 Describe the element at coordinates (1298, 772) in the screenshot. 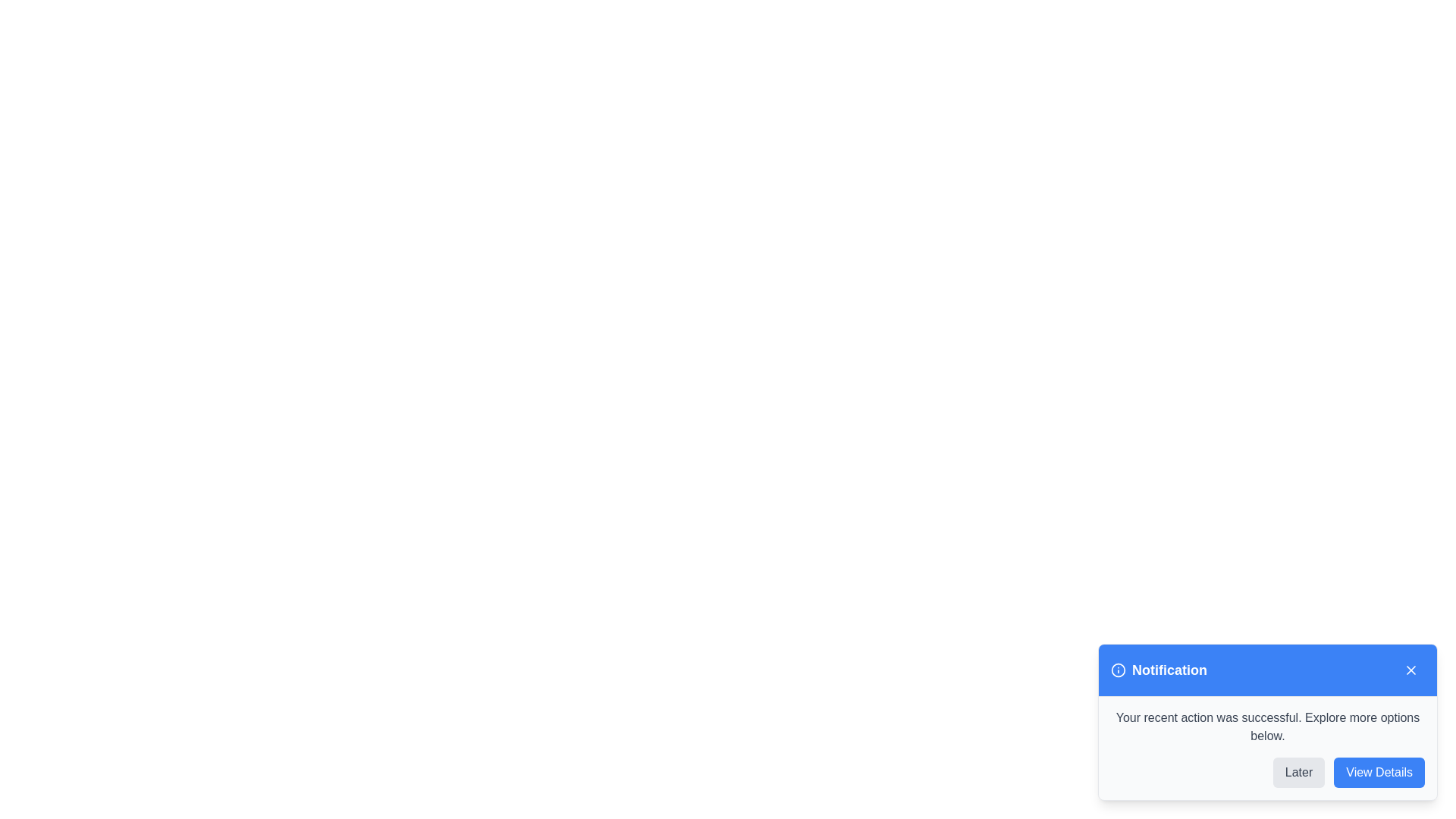

I see `the 'Later' button, which is a rounded rectangular button with dark gray text on a light gray background, located at the bottom-right of the notification modal` at that location.